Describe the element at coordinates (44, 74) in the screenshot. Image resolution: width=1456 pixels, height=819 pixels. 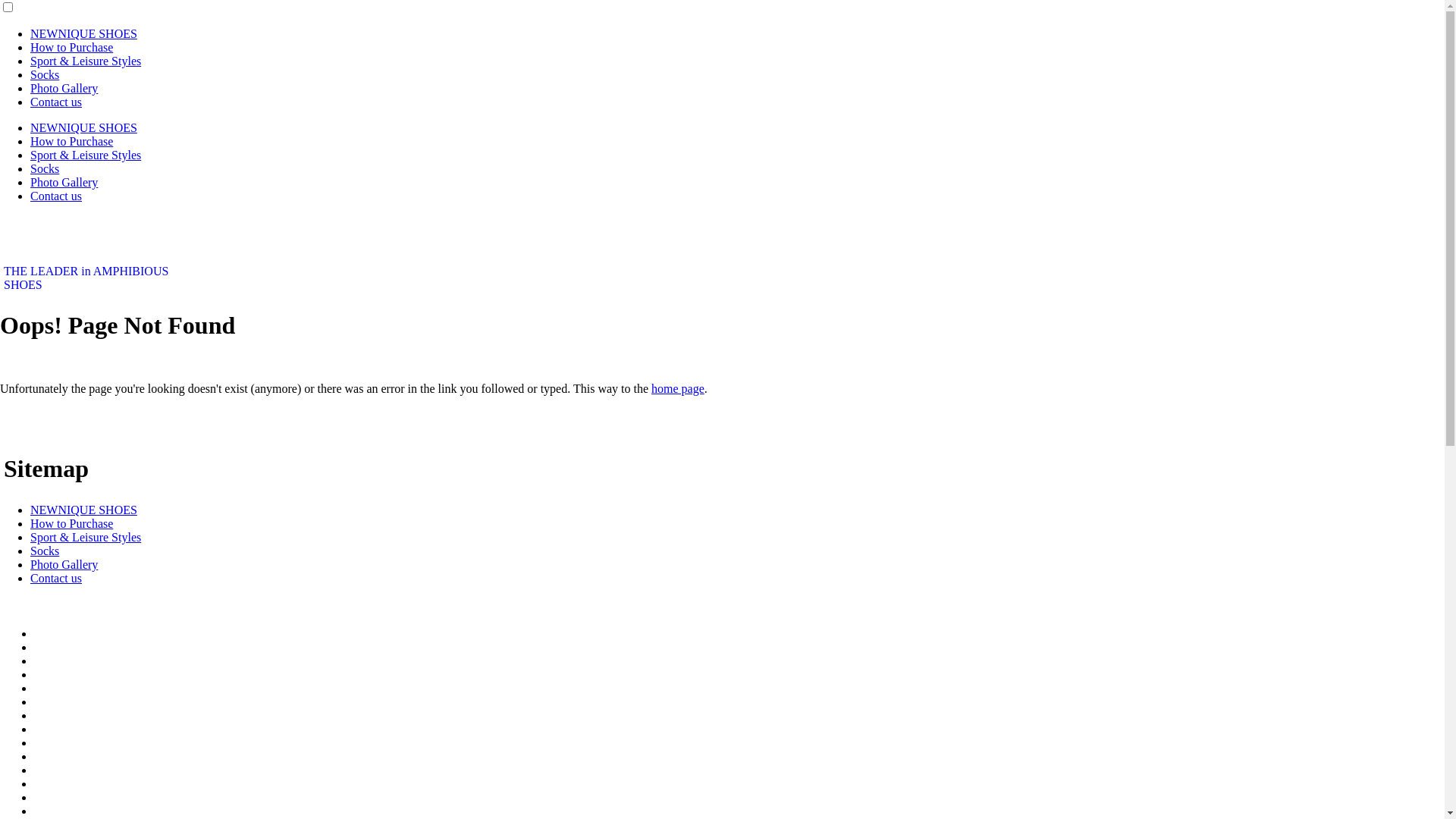
I see `'Socks'` at that location.